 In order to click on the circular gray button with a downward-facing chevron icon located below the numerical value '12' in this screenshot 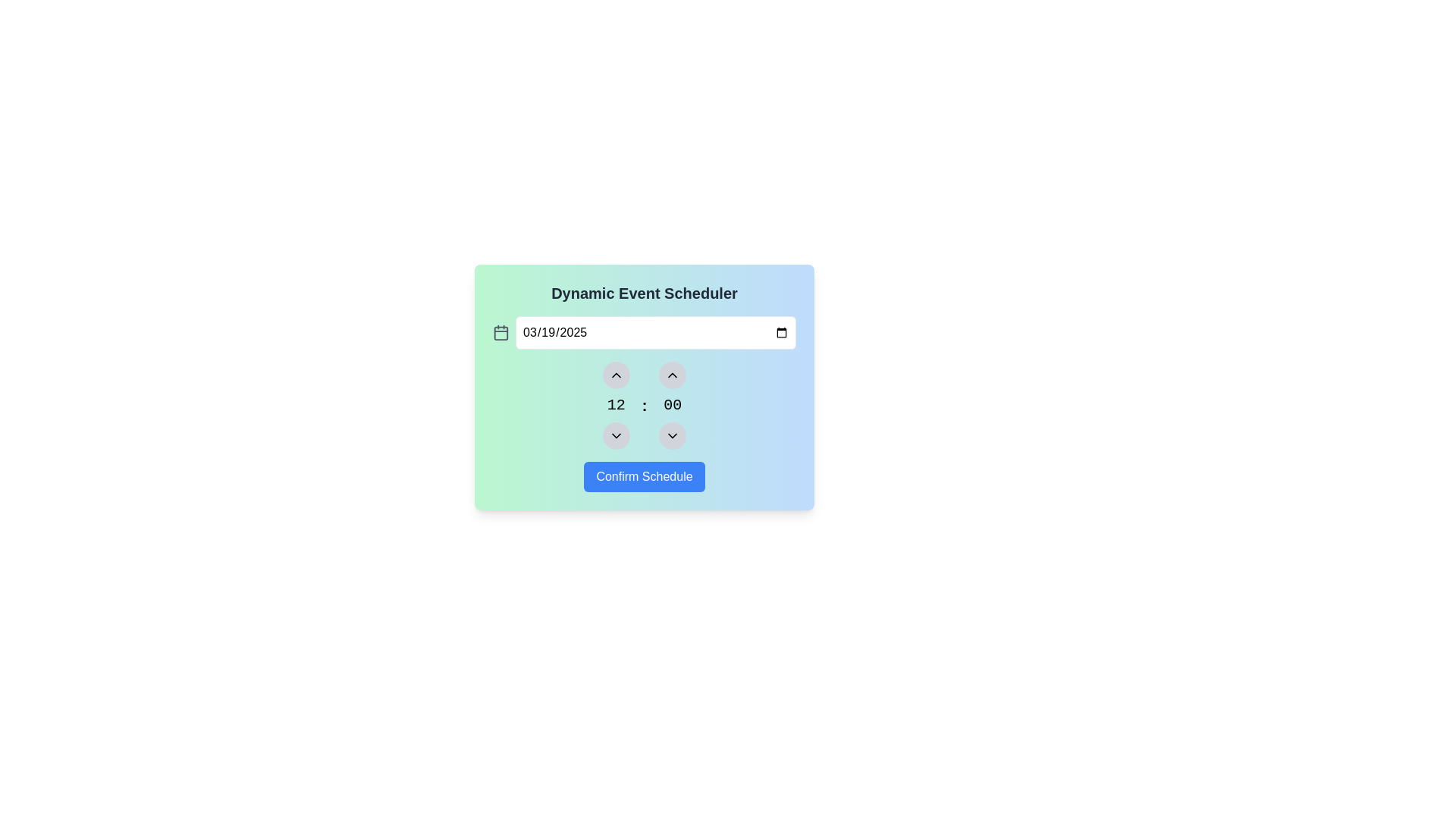, I will do `click(616, 435)`.